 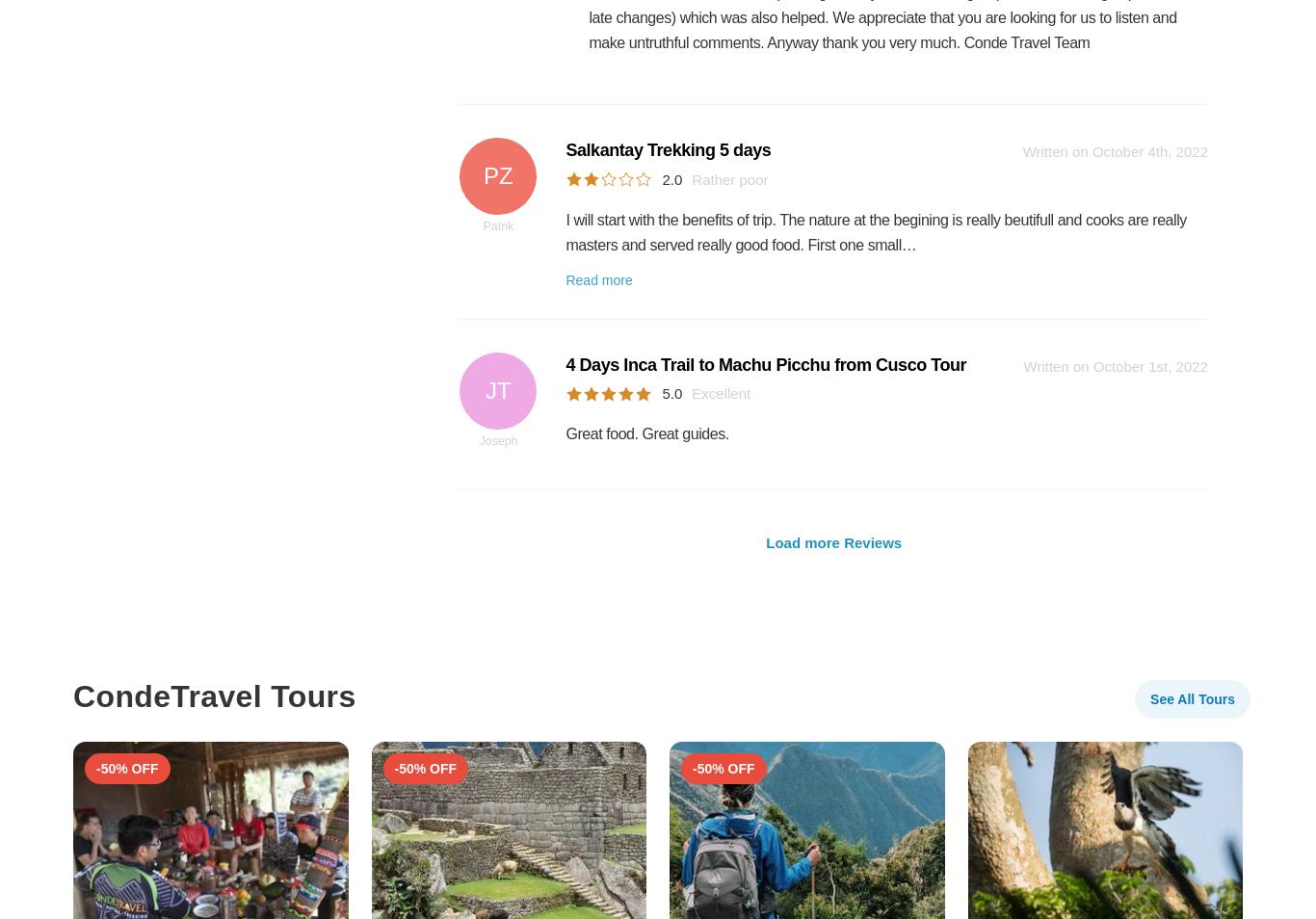 I want to click on 'Load more Reviews', so click(x=832, y=541).